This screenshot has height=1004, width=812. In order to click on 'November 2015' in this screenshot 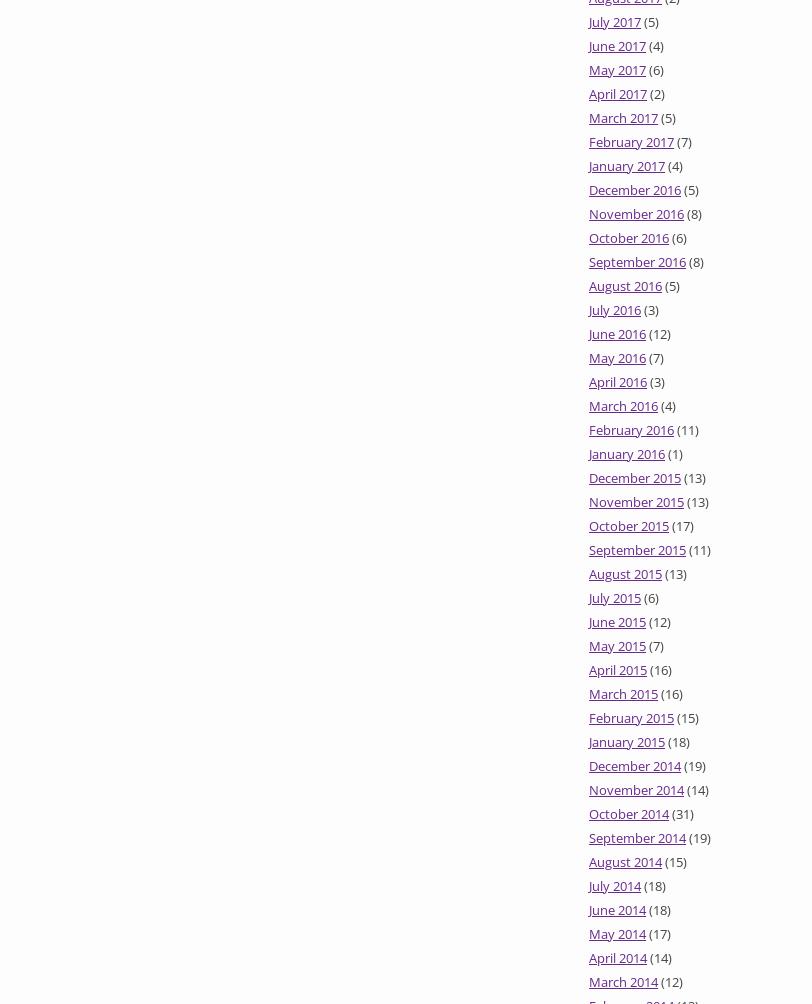, I will do `click(636, 502)`.